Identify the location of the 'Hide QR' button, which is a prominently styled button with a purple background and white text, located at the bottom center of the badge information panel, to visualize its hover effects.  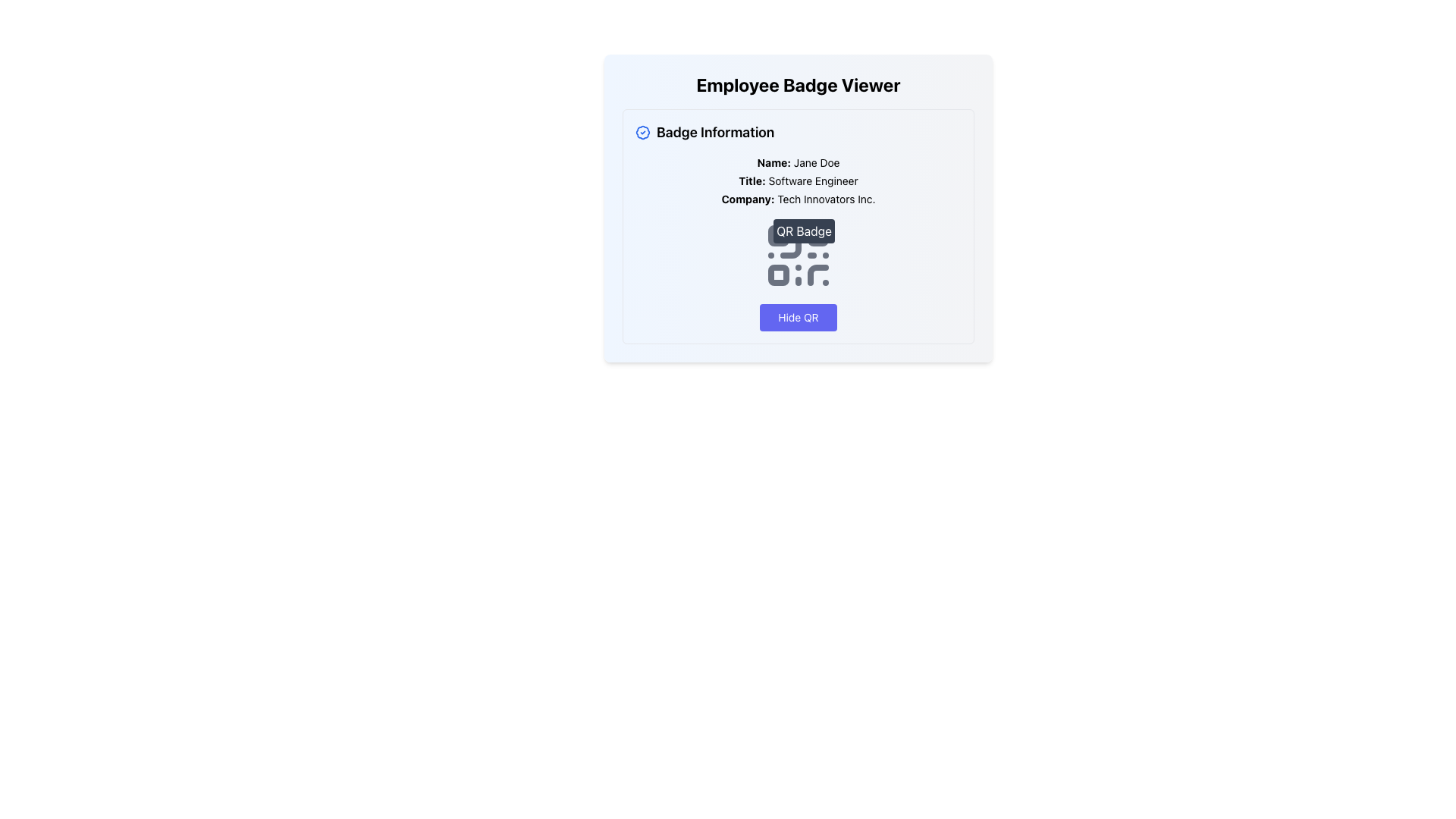
(797, 317).